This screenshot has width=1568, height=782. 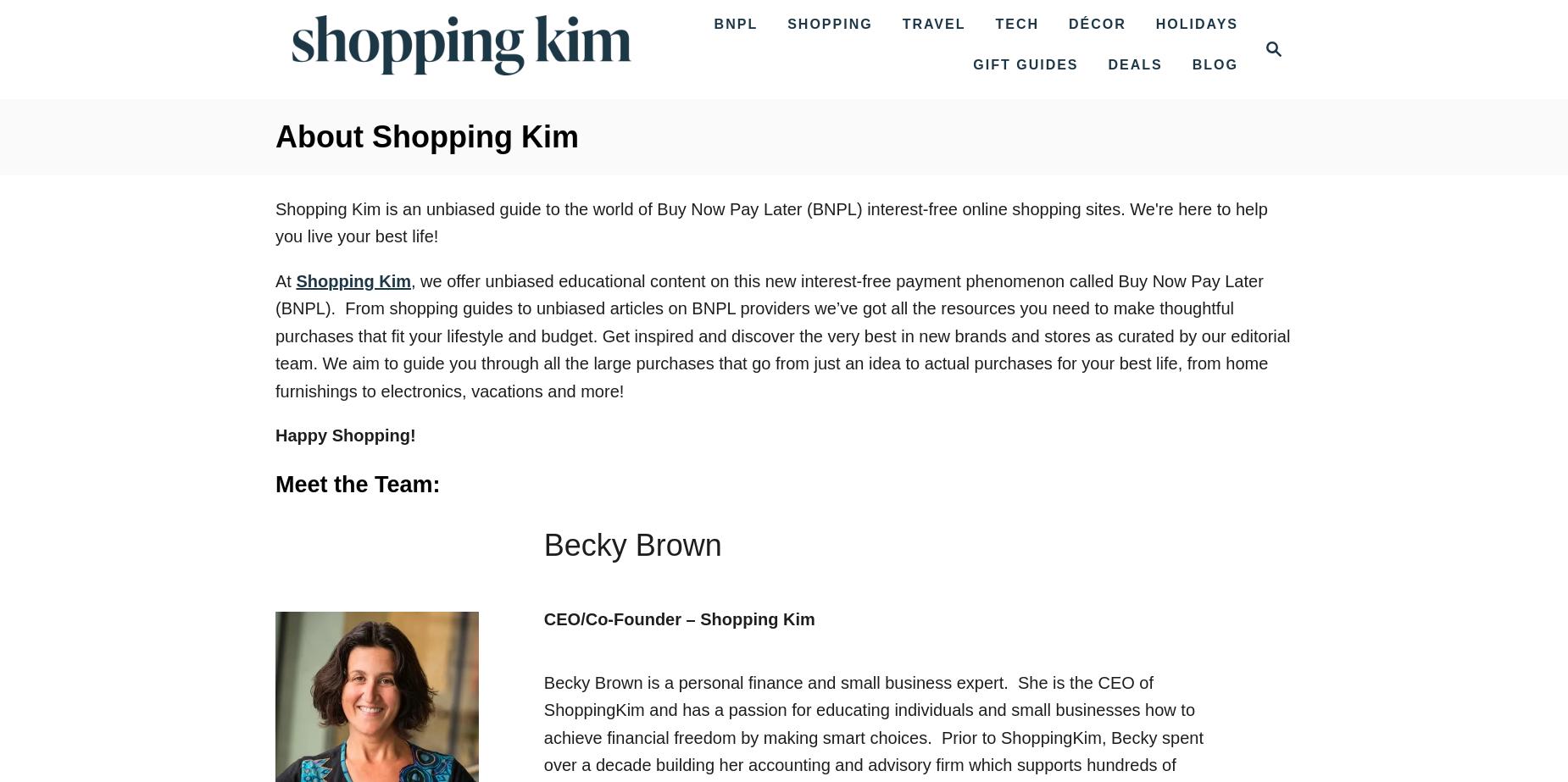 I want to click on 'Deals', so click(x=1134, y=64).